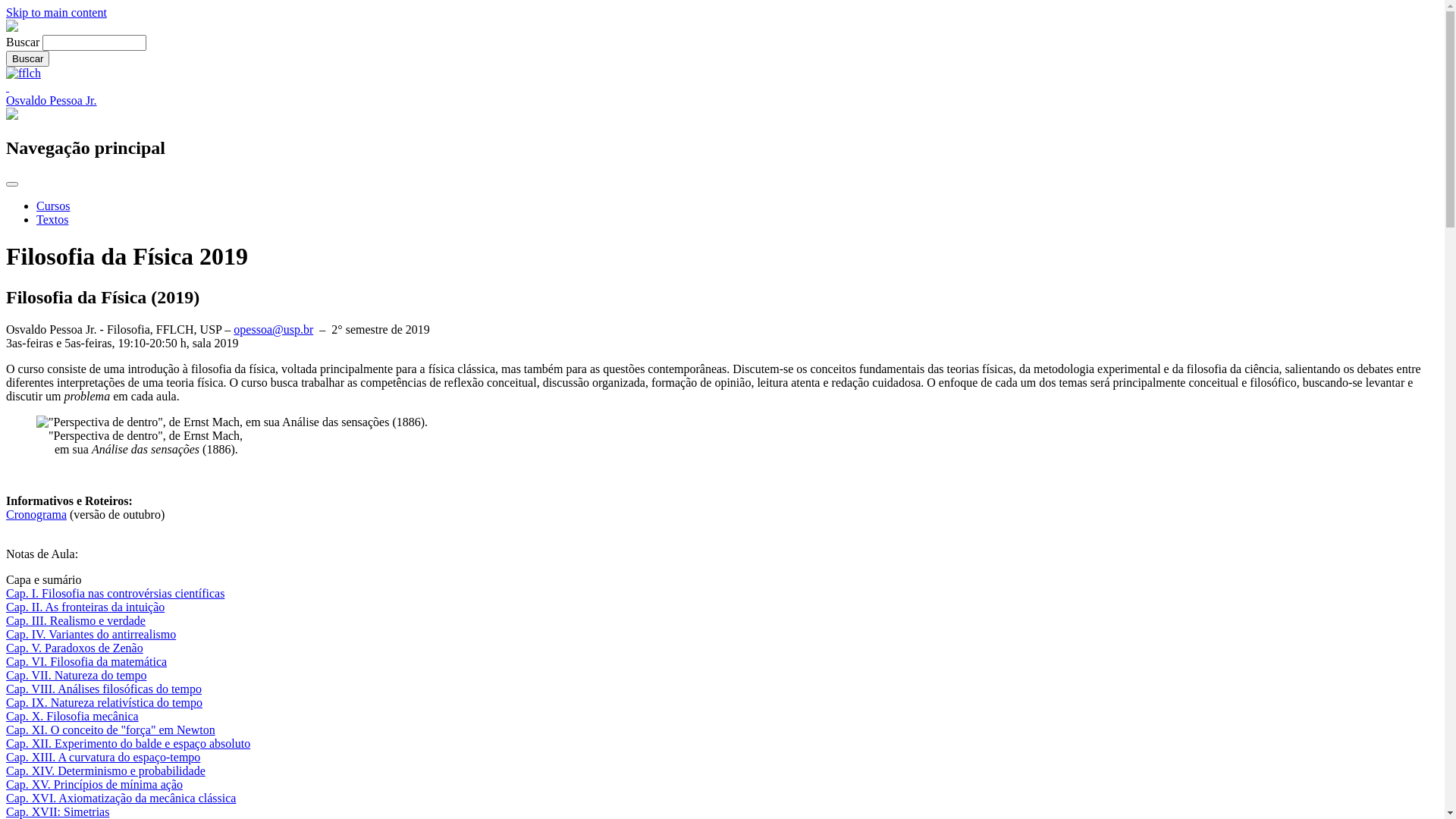 This screenshot has width=1456, height=819. Describe the element at coordinates (53, 206) in the screenshot. I see `'Cursos'` at that location.